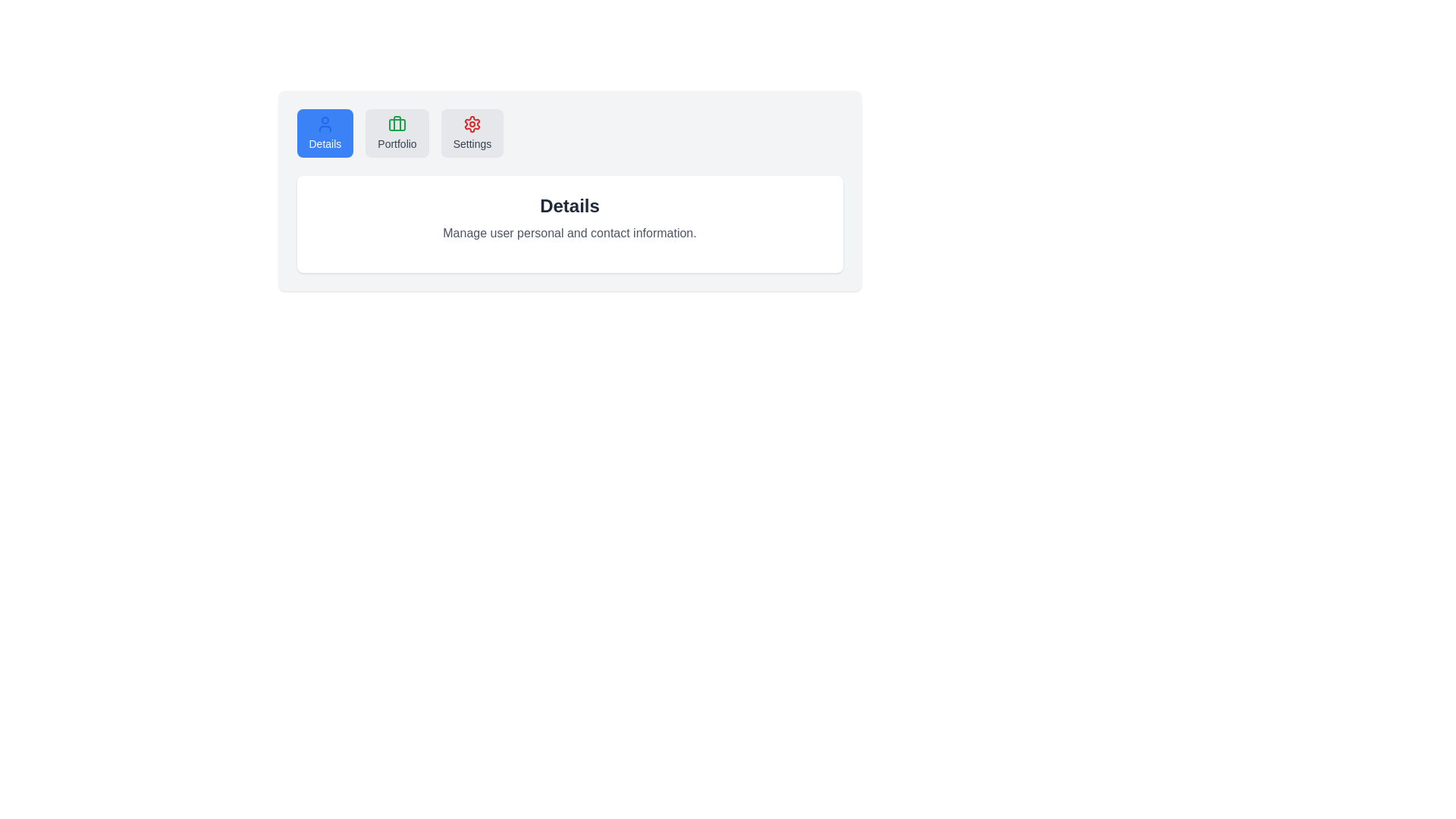 Image resolution: width=1456 pixels, height=819 pixels. I want to click on the Details tab, so click(323, 133).